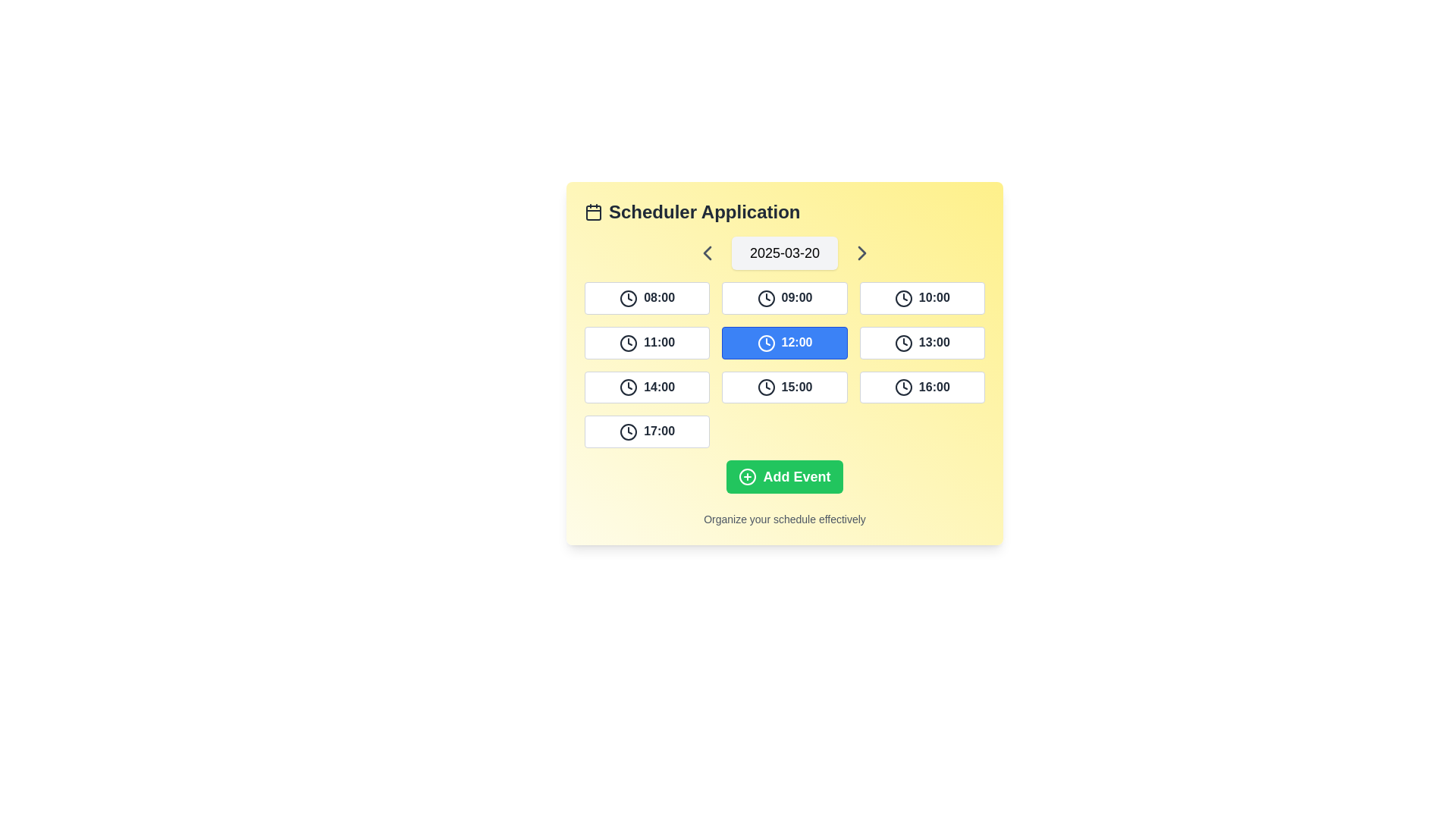 This screenshot has width=1456, height=819. I want to click on the clock icon representing the 17:00 time slot in the scheduler application, which is a circular outline with clock hands, so click(629, 432).